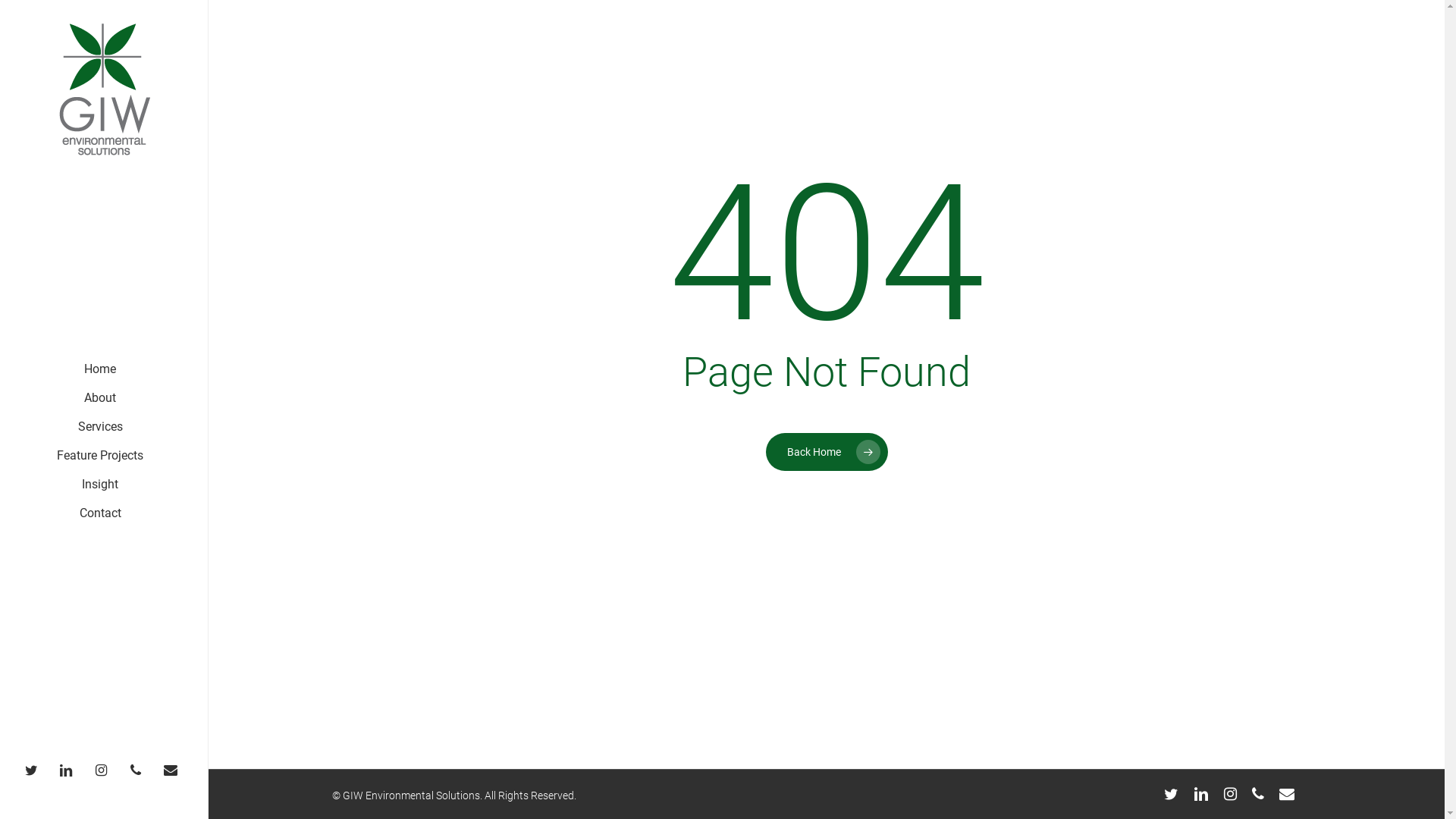 This screenshot has height=819, width=1456. I want to click on 'phone', so click(1252, 792).